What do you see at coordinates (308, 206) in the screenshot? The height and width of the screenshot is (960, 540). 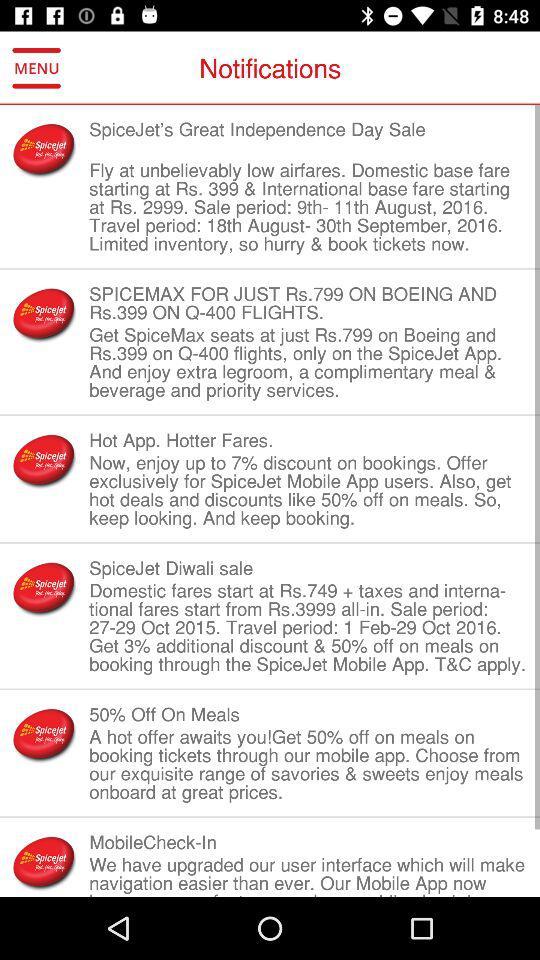 I see `item below the spicejet s great` at bounding box center [308, 206].